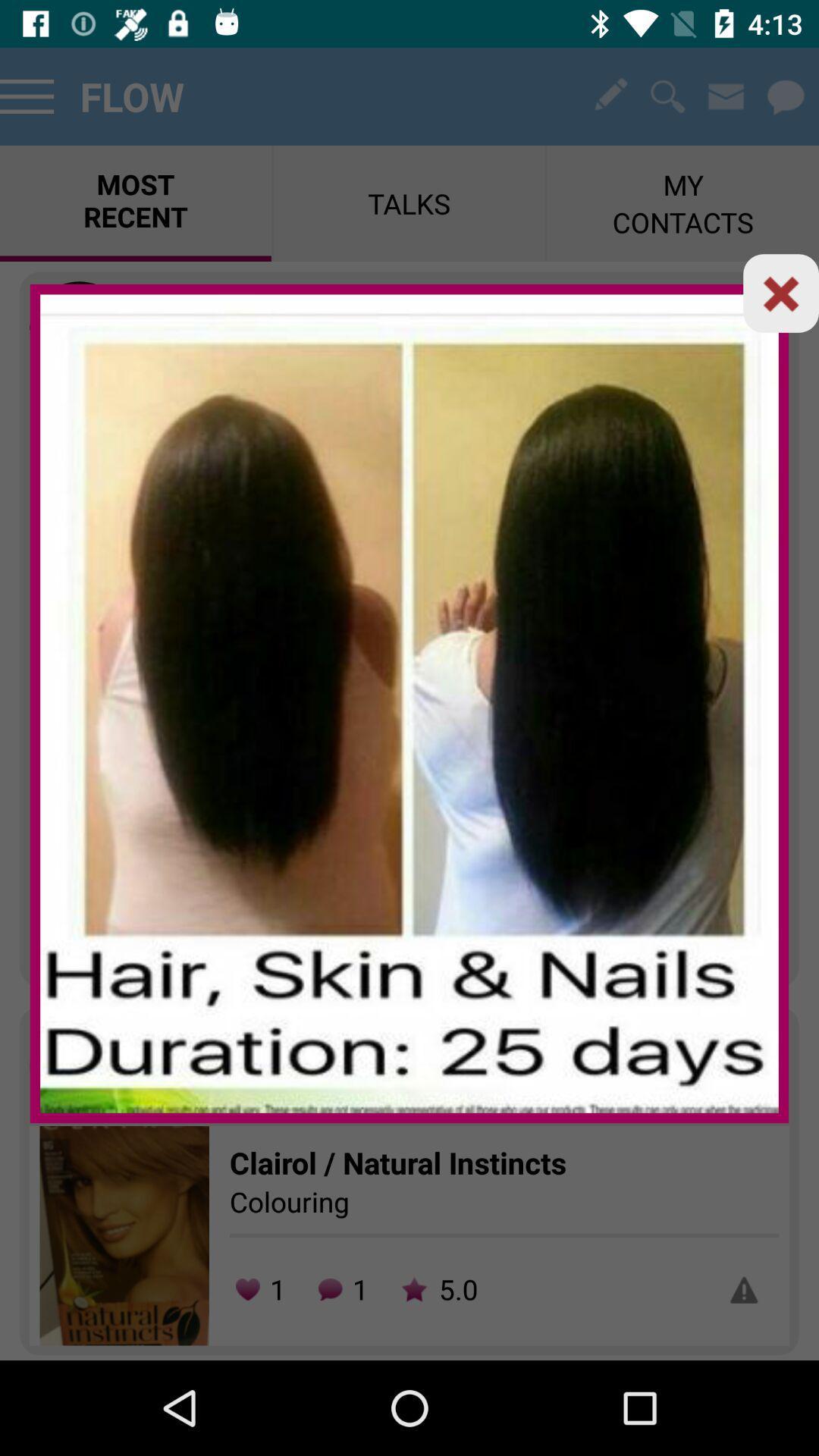  I want to click on the search icon, so click(667, 96).